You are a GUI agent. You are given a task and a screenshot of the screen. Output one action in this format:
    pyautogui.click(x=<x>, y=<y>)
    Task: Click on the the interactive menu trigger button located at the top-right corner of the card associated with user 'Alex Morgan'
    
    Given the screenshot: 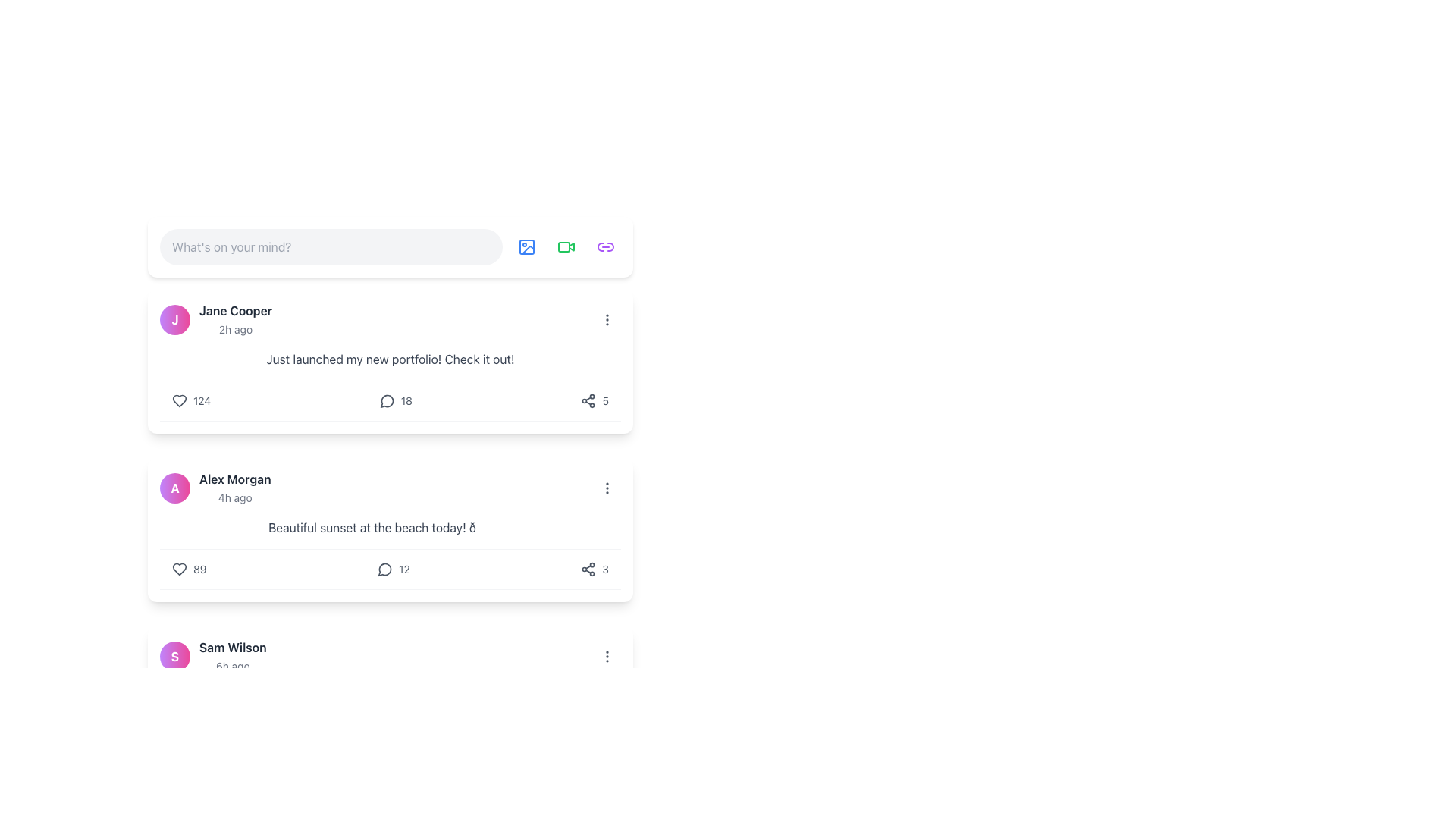 What is the action you would take?
    pyautogui.click(x=607, y=488)
    